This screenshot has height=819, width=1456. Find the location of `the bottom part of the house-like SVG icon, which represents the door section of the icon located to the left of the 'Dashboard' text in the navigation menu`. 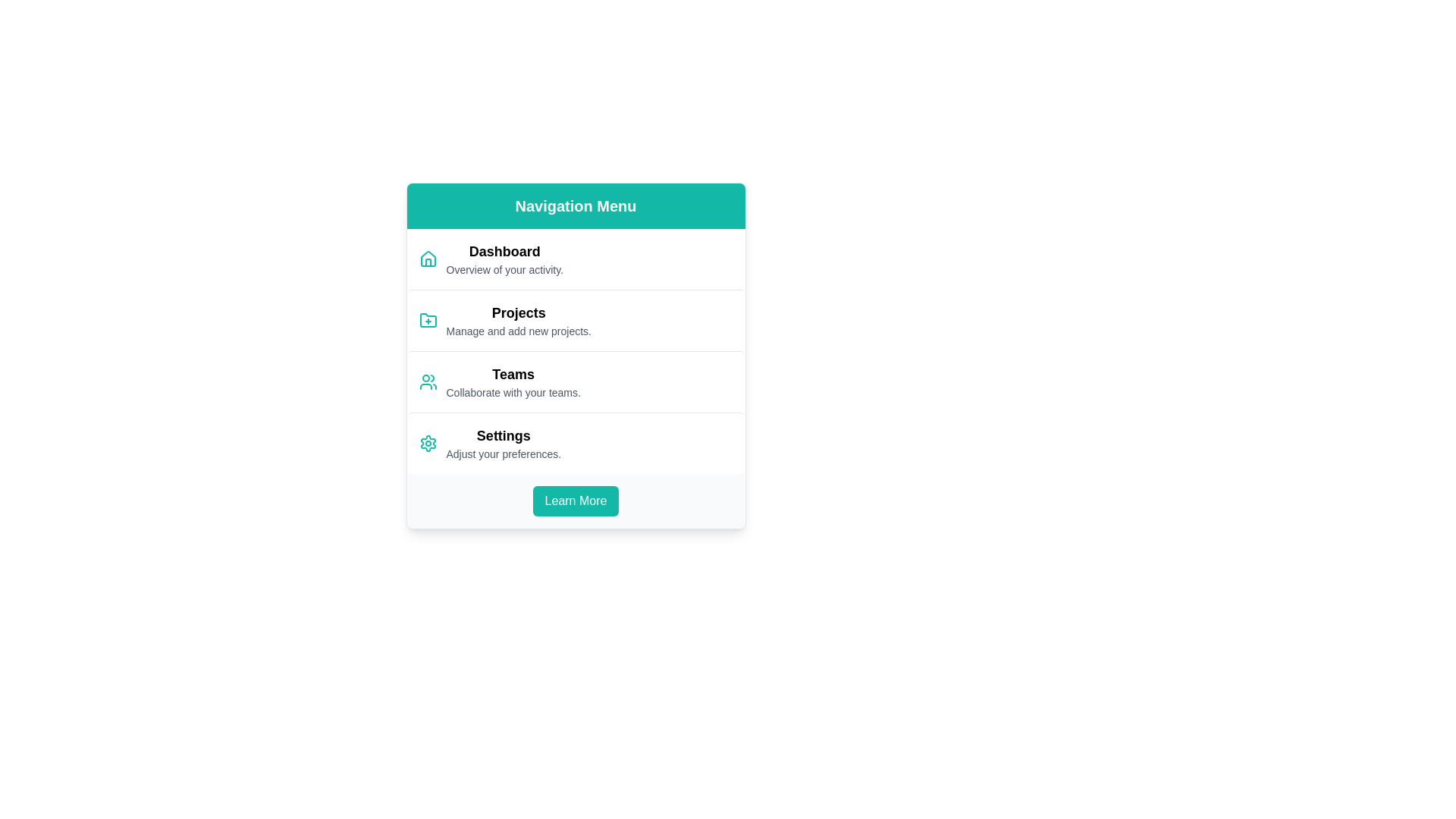

the bottom part of the house-like SVG icon, which represents the door section of the icon located to the left of the 'Dashboard' text in the navigation menu is located at coordinates (427, 262).